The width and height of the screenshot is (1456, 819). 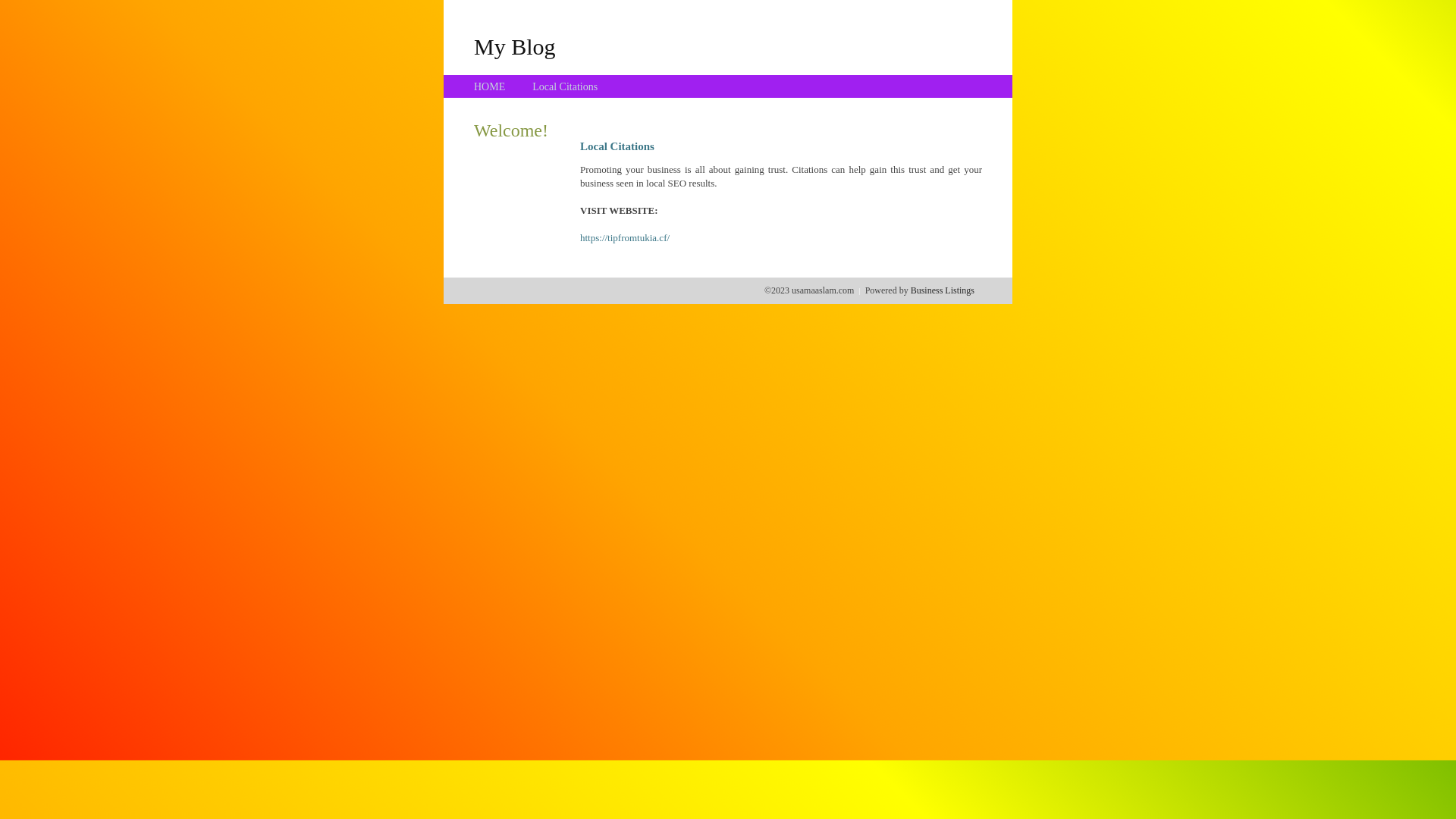 What do you see at coordinates (532, 86) in the screenshot?
I see `'Local Citations'` at bounding box center [532, 86].